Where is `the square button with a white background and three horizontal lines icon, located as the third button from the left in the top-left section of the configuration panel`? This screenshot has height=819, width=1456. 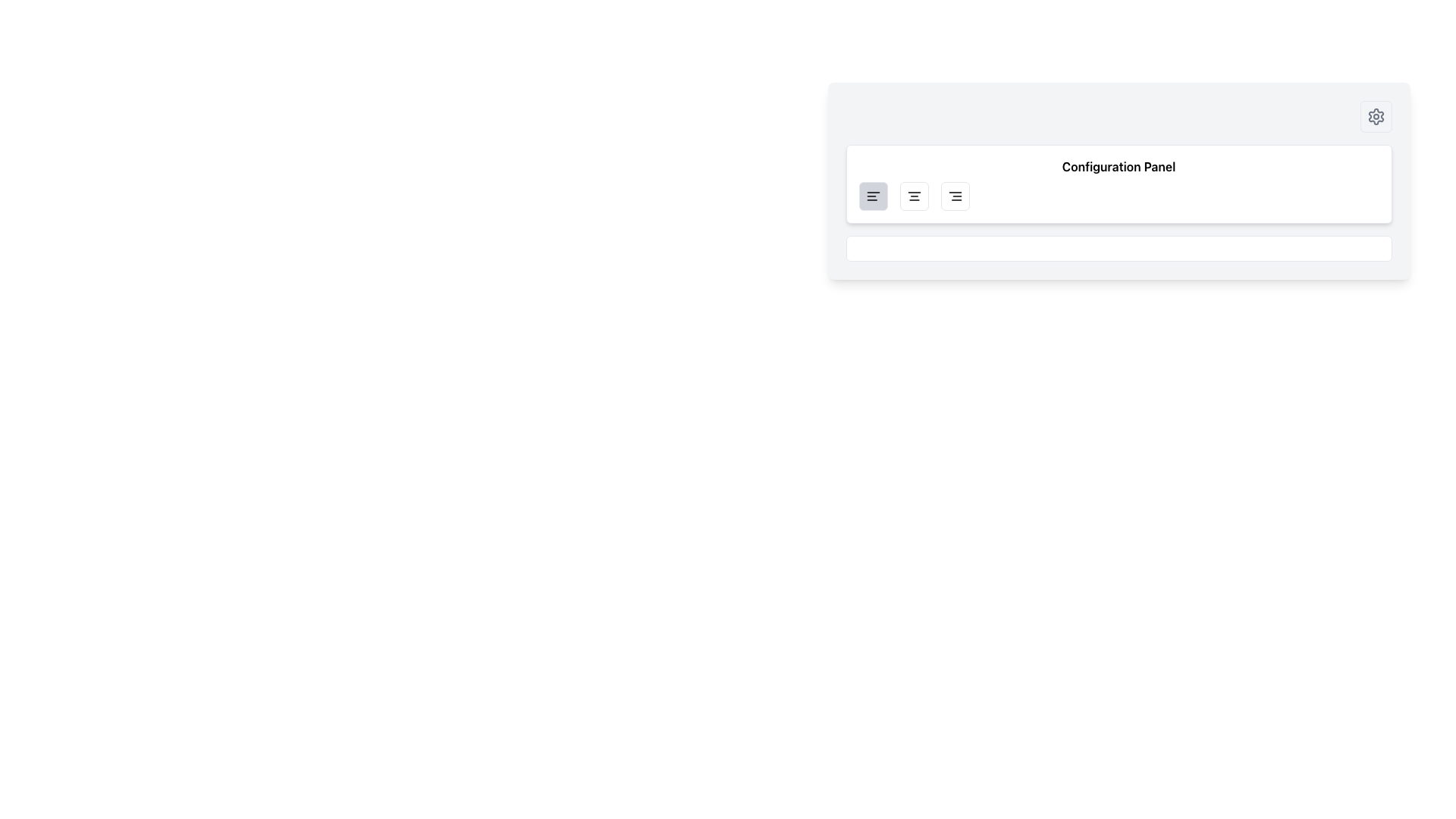 the square button with a white background and three horizontal lines icon, located as the third button from the left in the top-left section of the configuration panel is located at coordinates (954, 195).